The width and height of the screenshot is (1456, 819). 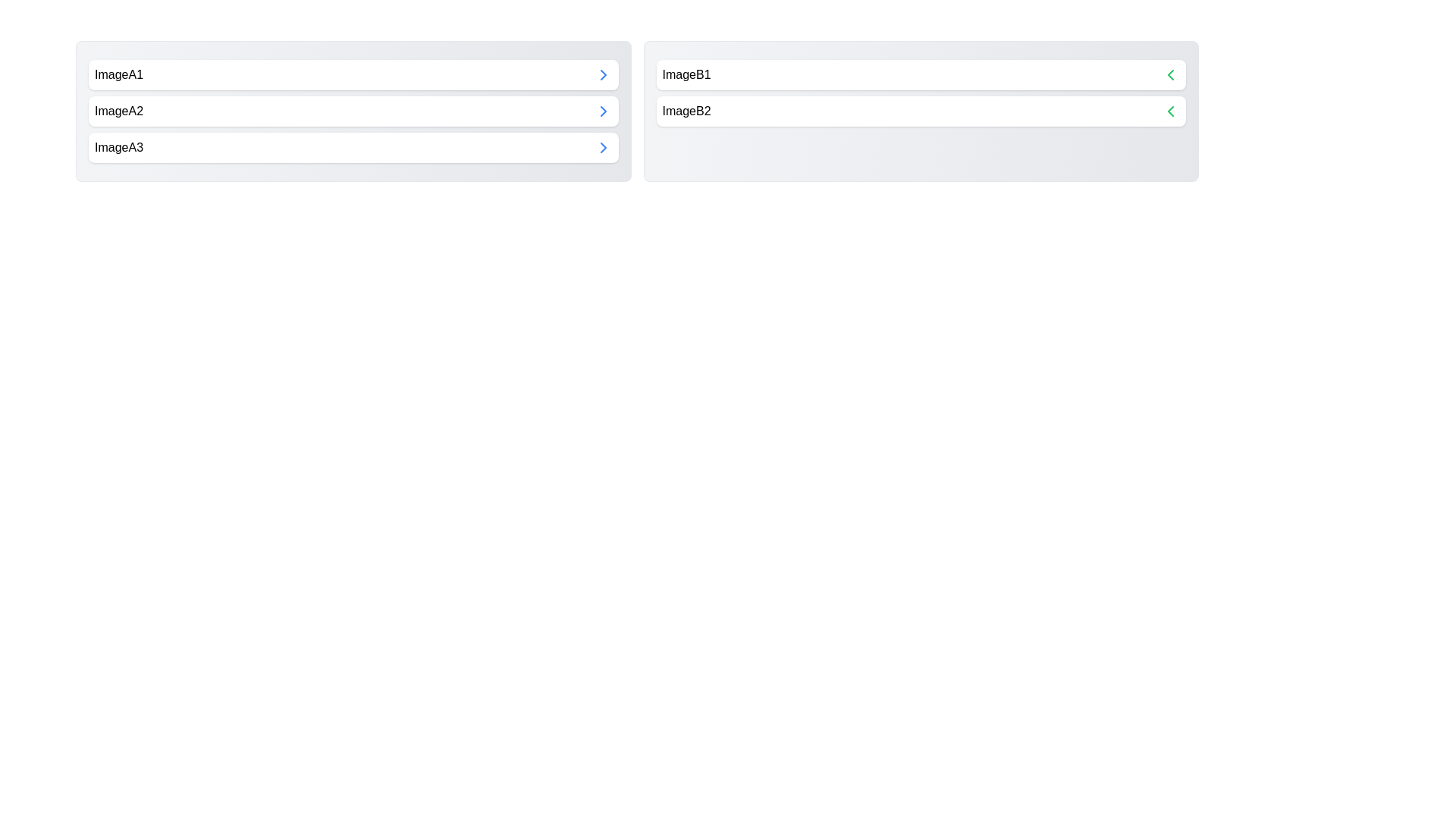 What do you see at coordinates (602, 110) in the screenshot?
I see `arrow button next to ImageA2 to move it to the opposite category` at bounding box center [602, 110].